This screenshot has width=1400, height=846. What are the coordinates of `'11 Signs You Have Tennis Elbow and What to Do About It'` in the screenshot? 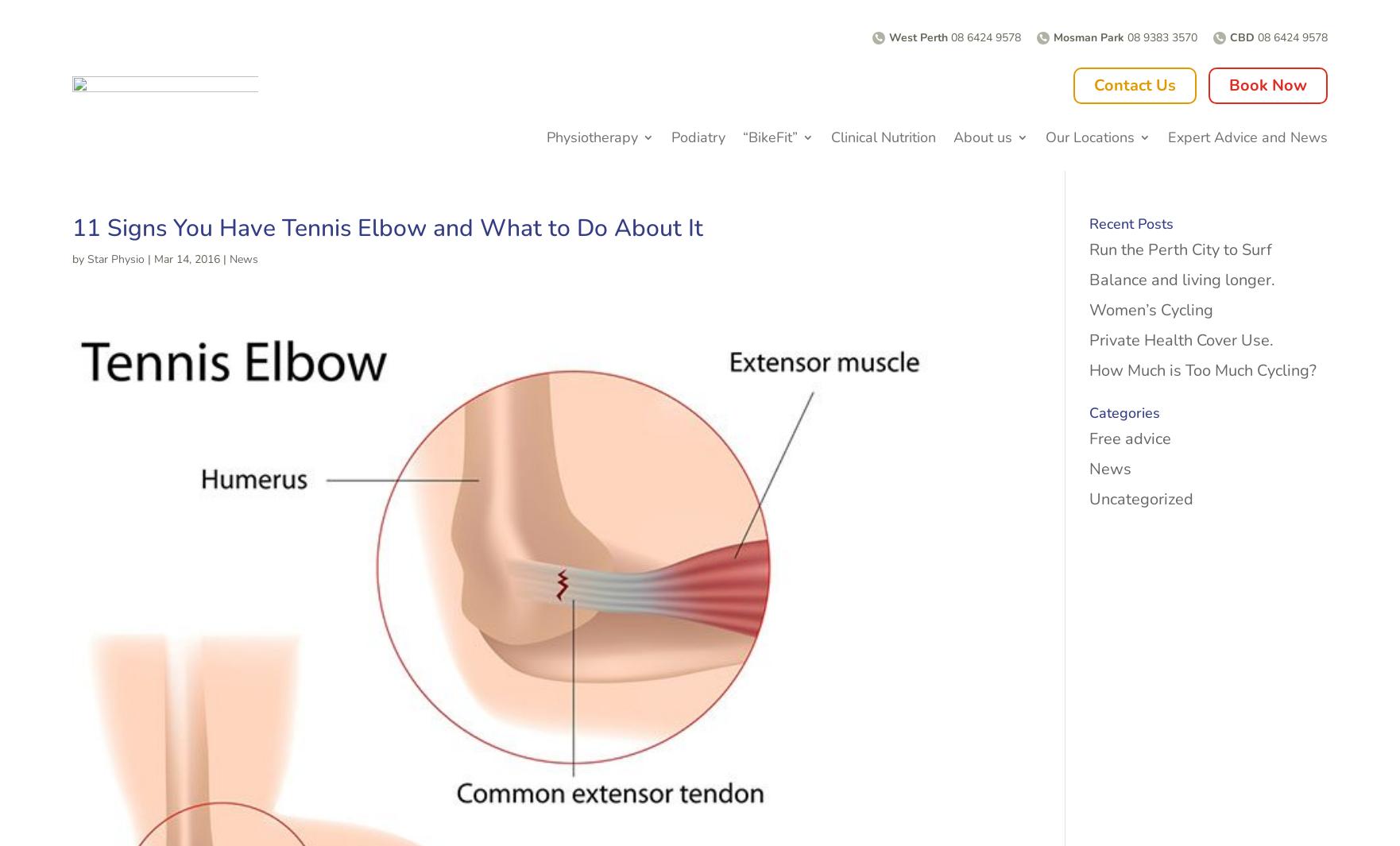 It's located at (387, 227).